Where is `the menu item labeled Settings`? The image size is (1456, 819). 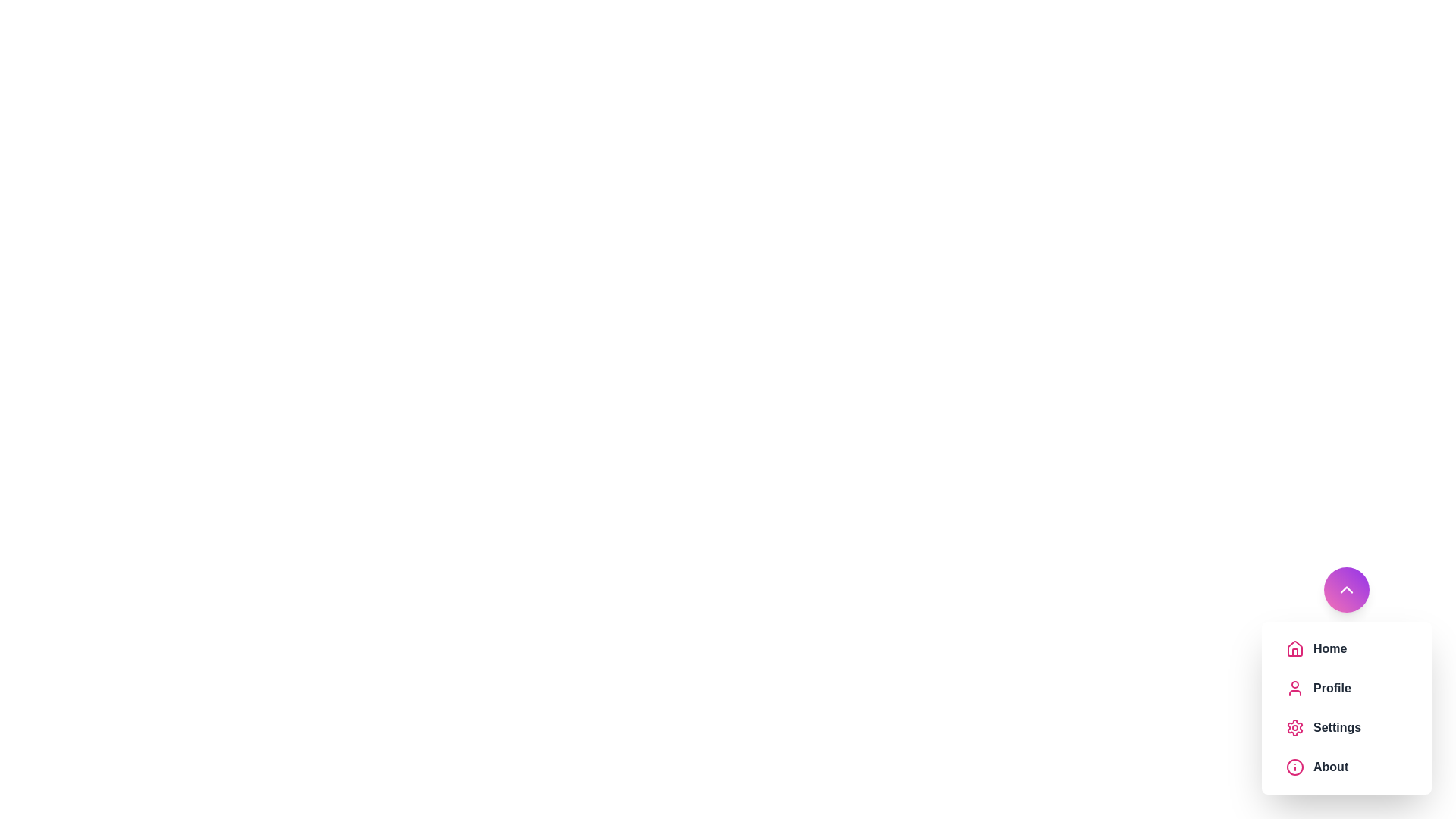
the menu item labeled Settings is located at coordinates (1360, 727).